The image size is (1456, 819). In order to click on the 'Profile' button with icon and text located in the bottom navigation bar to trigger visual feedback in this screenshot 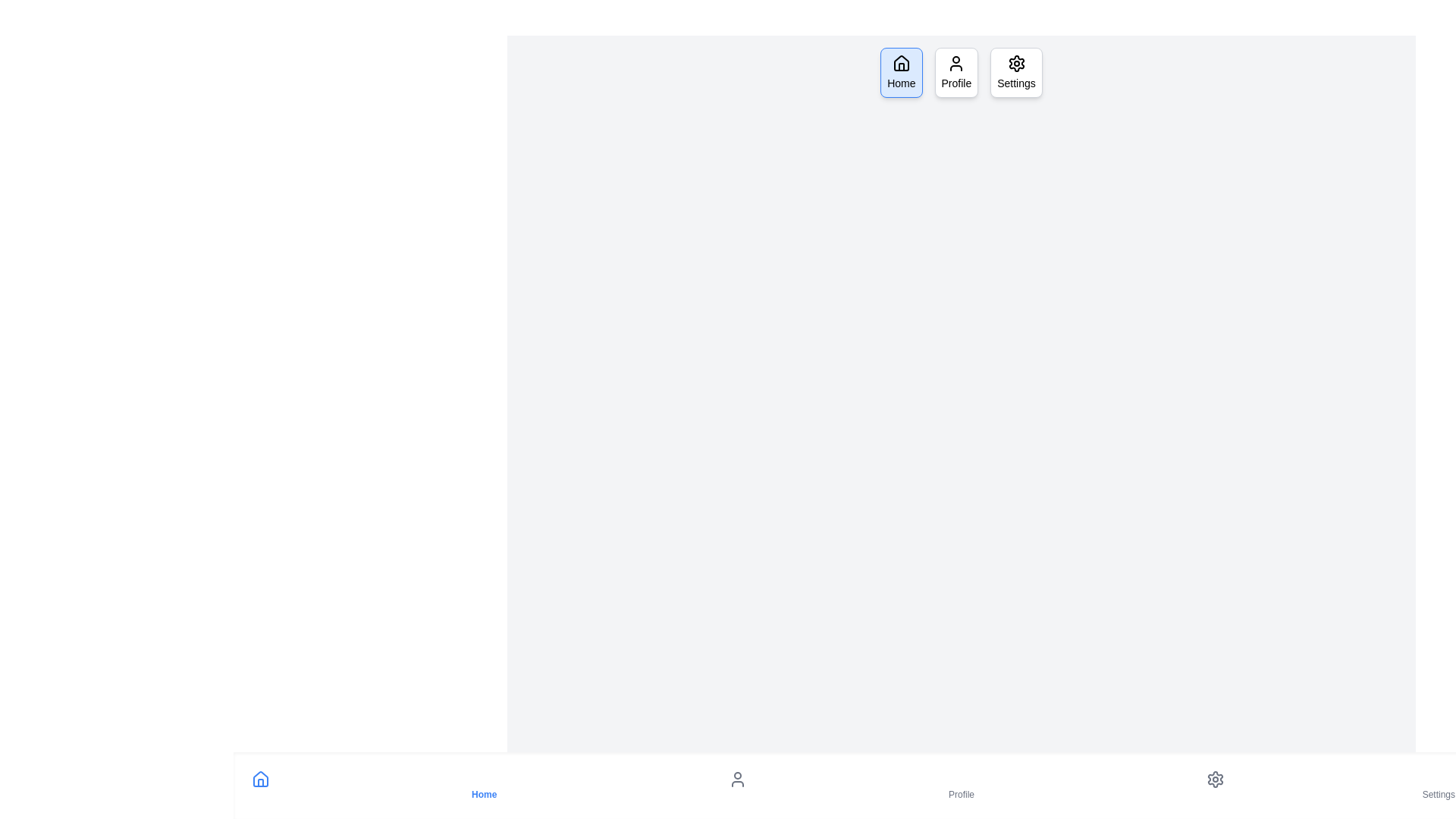, I will do `click(960, 785)`.